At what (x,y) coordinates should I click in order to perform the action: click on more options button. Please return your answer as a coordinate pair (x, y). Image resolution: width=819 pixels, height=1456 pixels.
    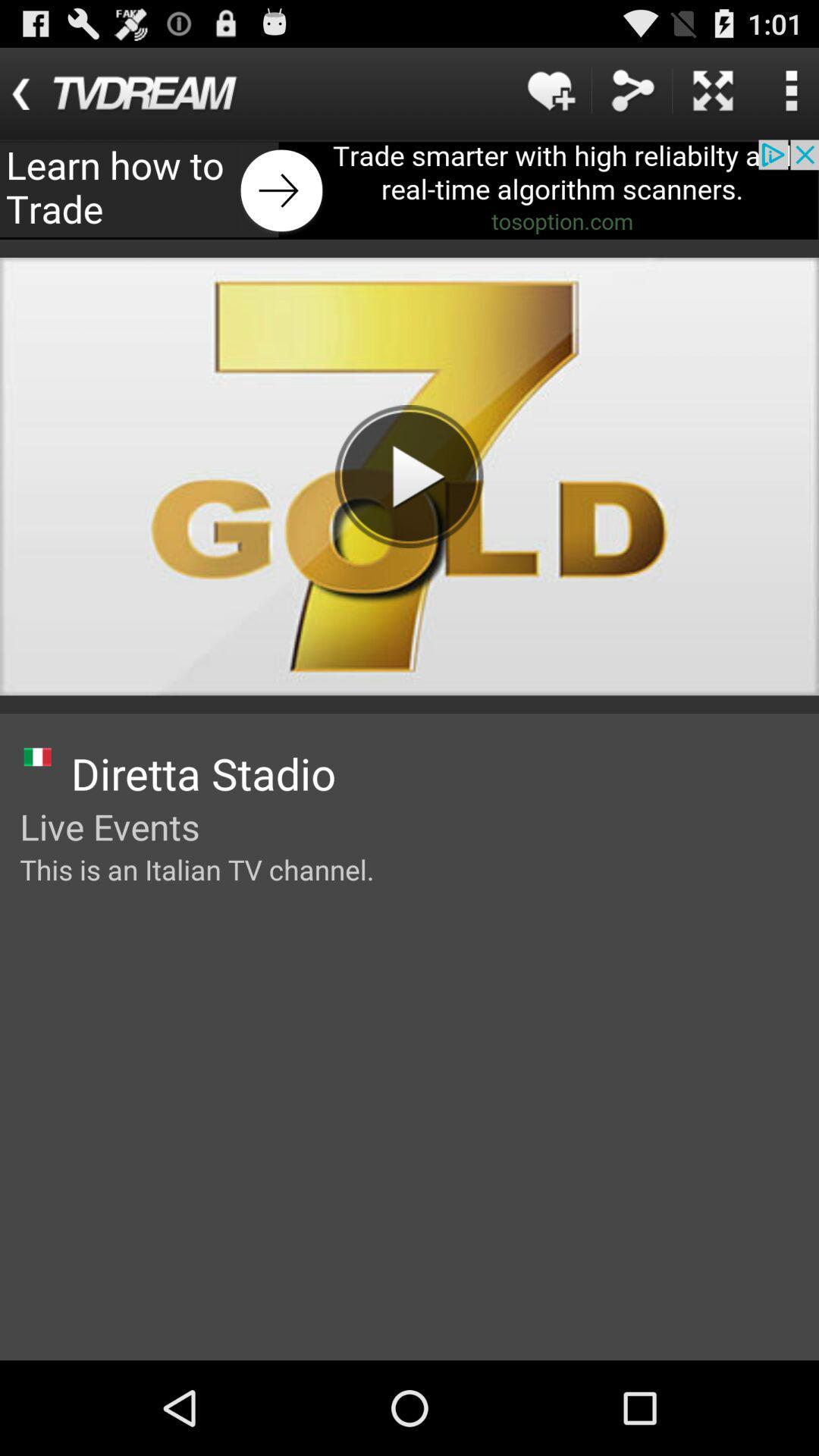
    Looking at the image, I should click on (790, 89).